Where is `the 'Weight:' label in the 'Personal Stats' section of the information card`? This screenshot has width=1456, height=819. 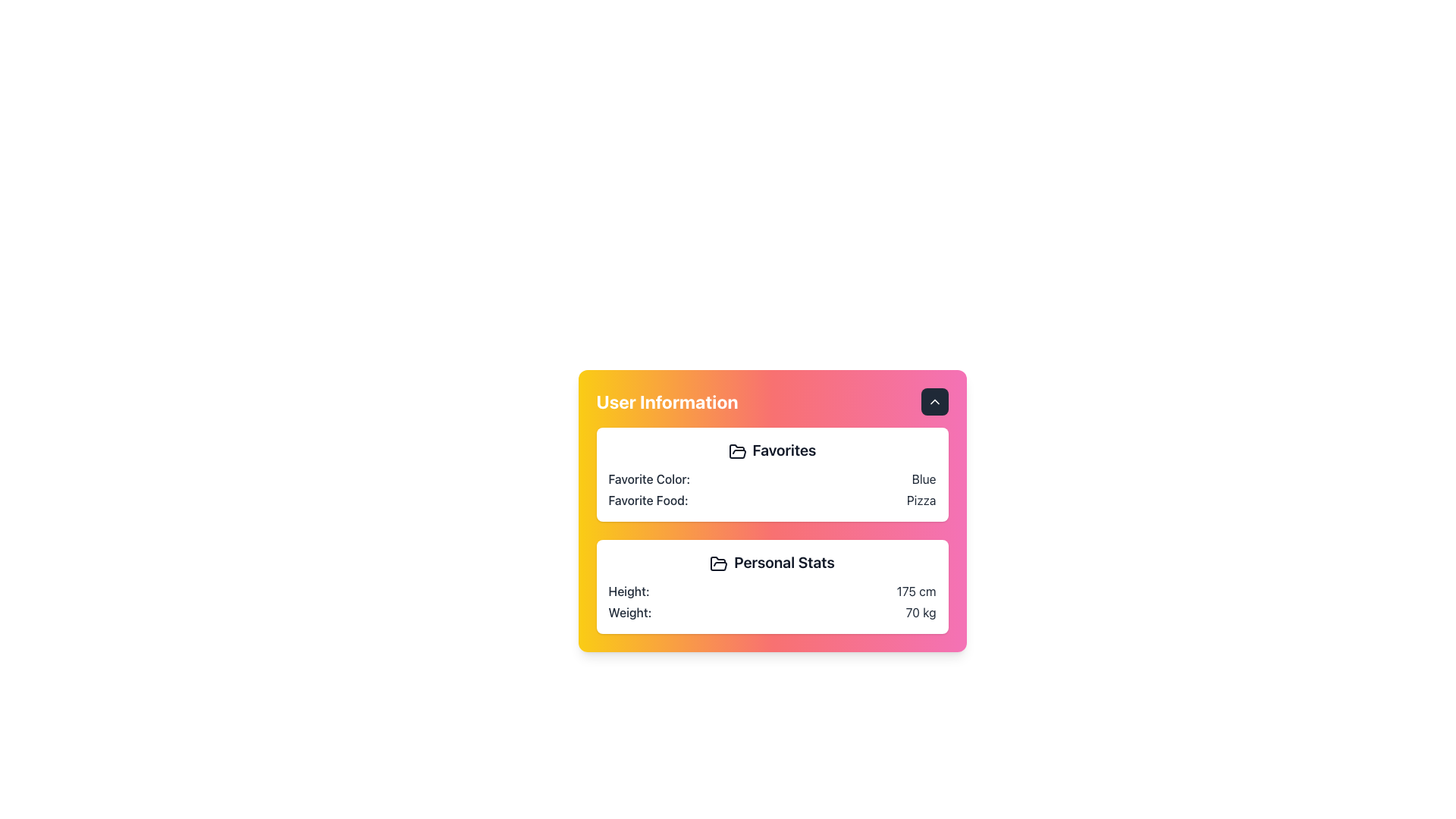
the 'Weight:' label in the 'Personal Stats' section of the information card is located at coordinates (629, 611).